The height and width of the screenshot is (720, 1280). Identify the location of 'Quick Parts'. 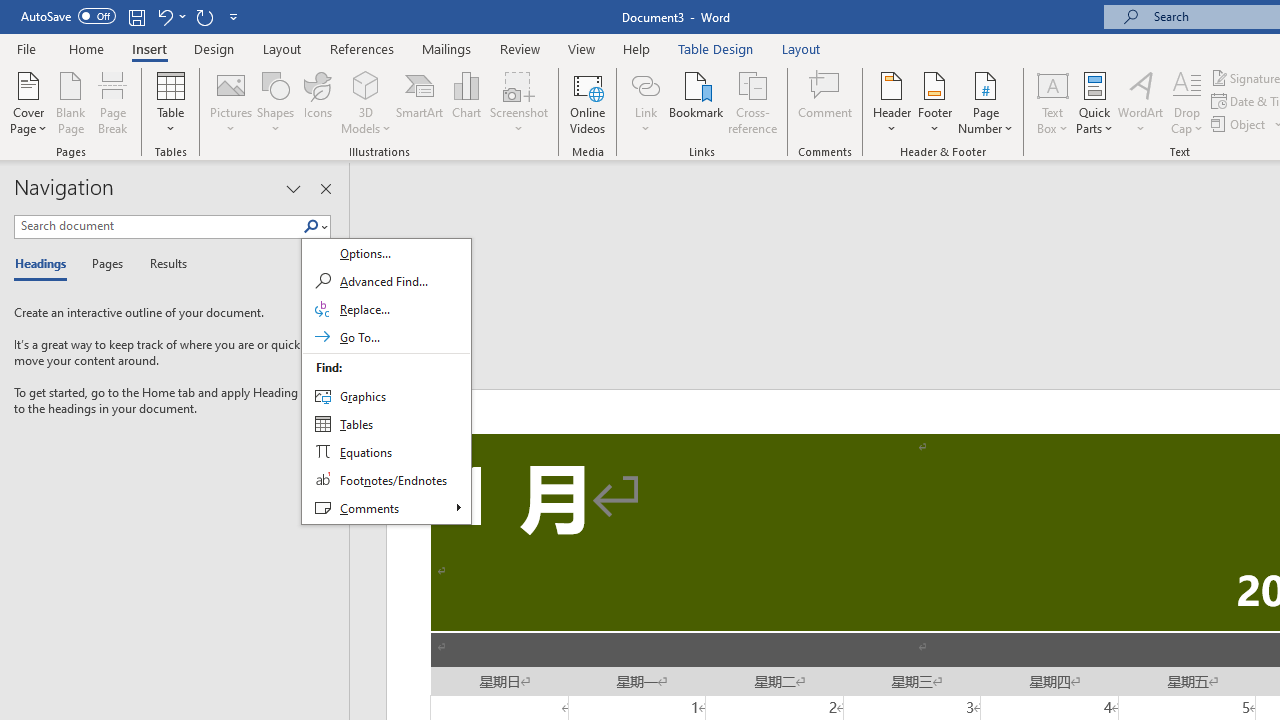
(1094, 103).